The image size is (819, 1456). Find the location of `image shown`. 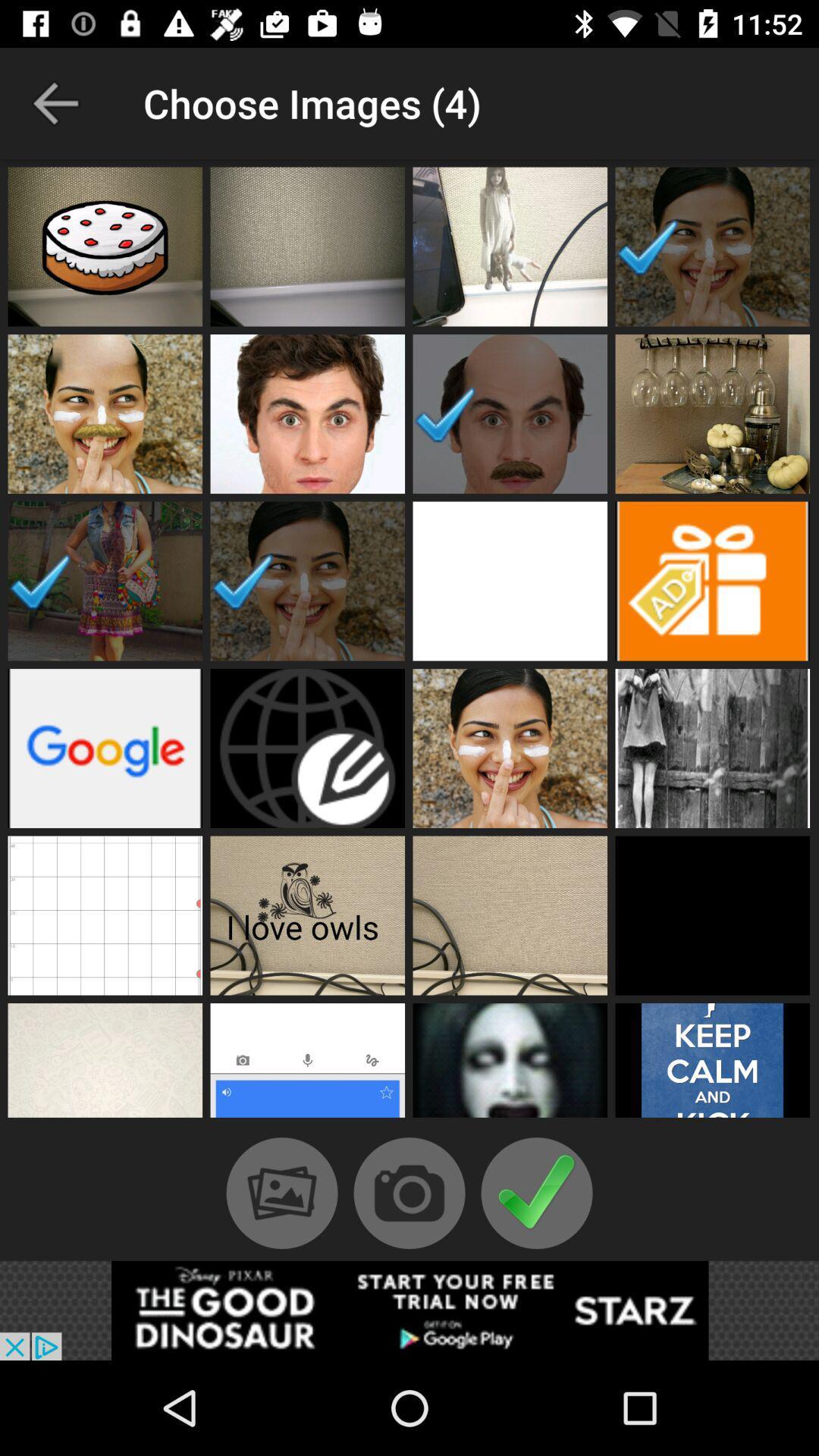

image shown is located at coordinates (104, 580).